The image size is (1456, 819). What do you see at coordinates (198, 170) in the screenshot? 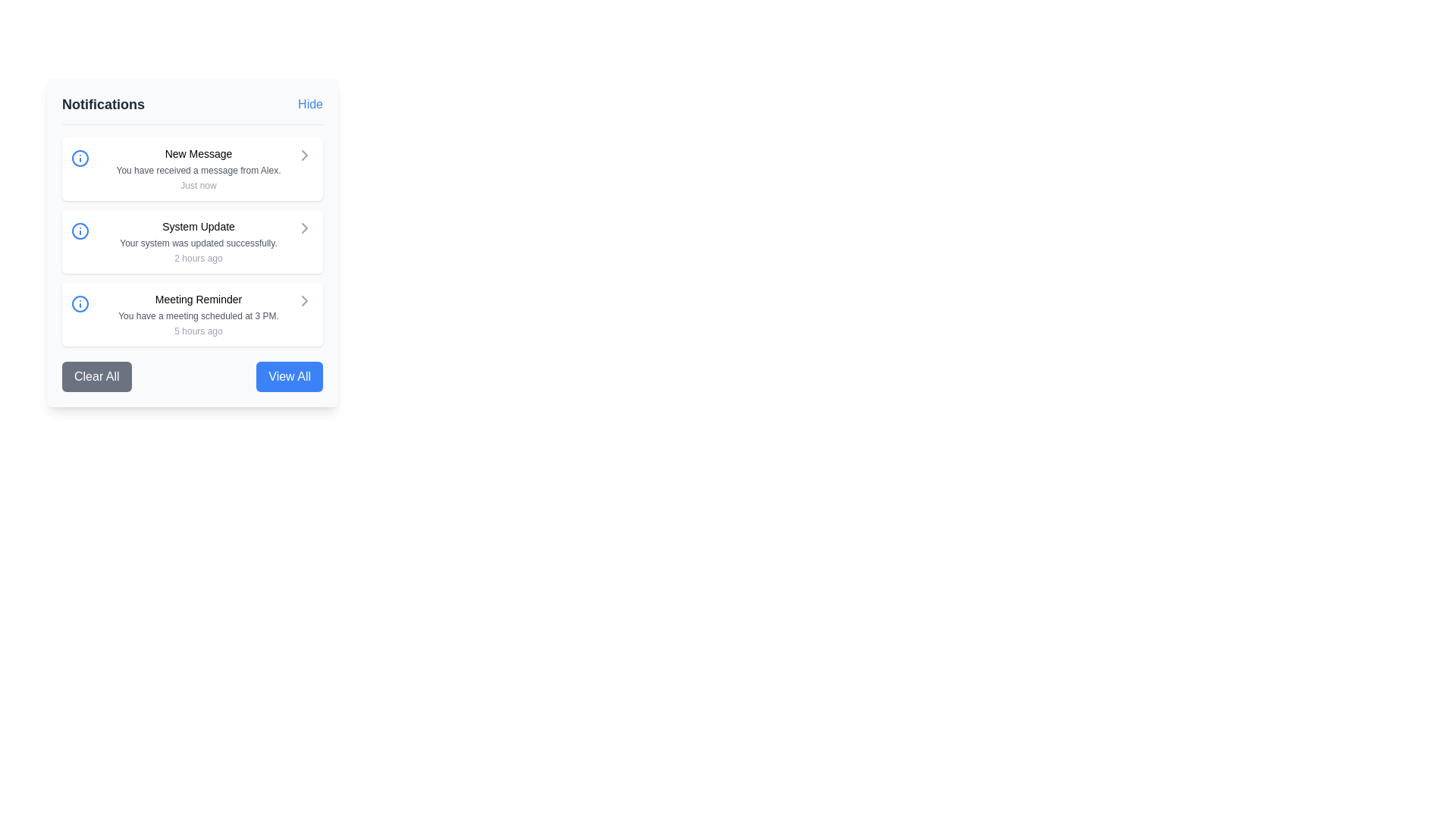
I see `message content displayed in the small gray font stating 'You have received a message from Alex.' positioned below the 'New Message' heading in the Notifications panel` at bounding box center [198, 170].